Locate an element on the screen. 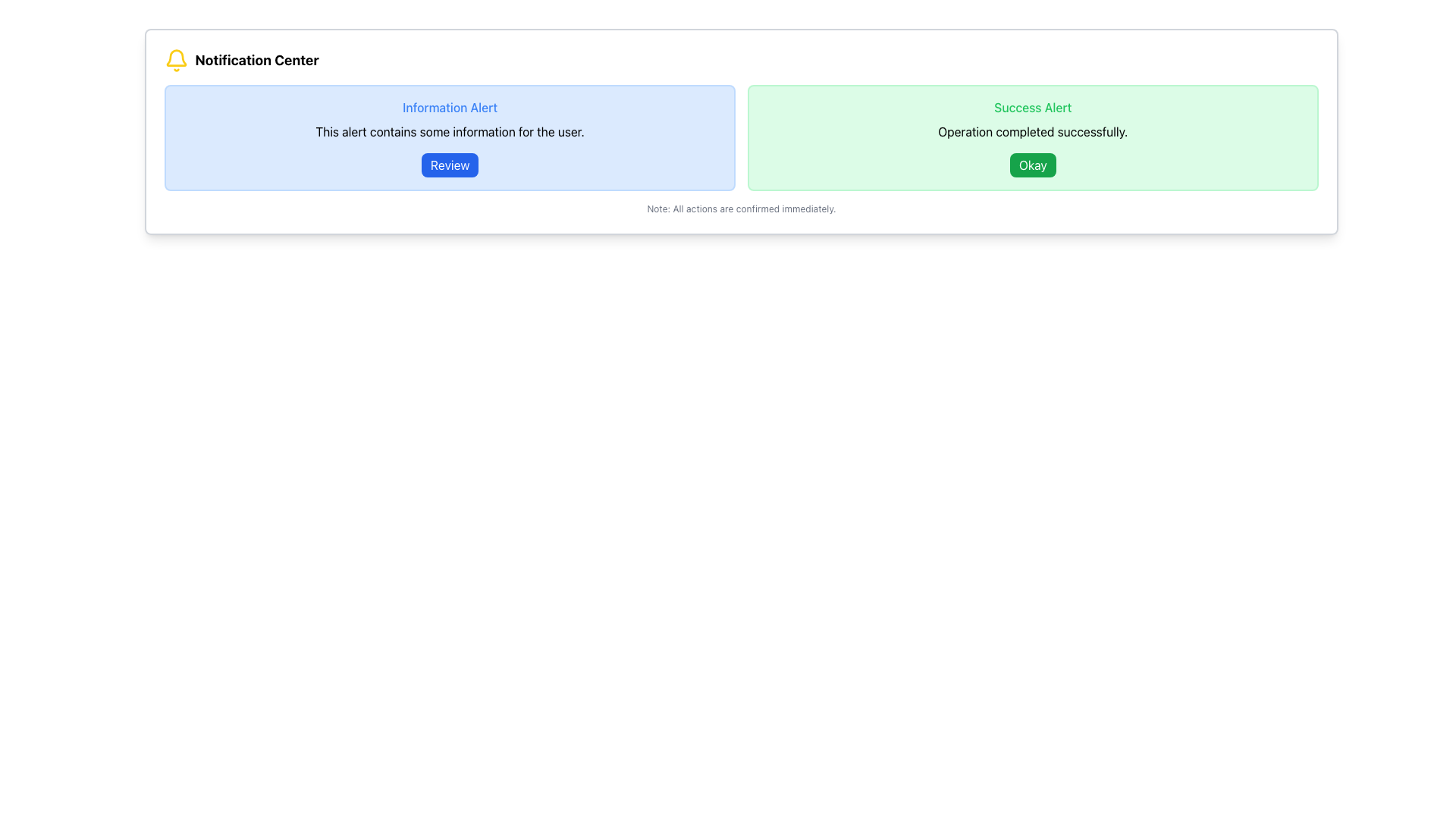 Image resolution: width=1456 pixels, height=819 pixels. the yellow bell icon representing notifications, located to the left of the 'Notification Center' text is located at coordinates (177, 60).